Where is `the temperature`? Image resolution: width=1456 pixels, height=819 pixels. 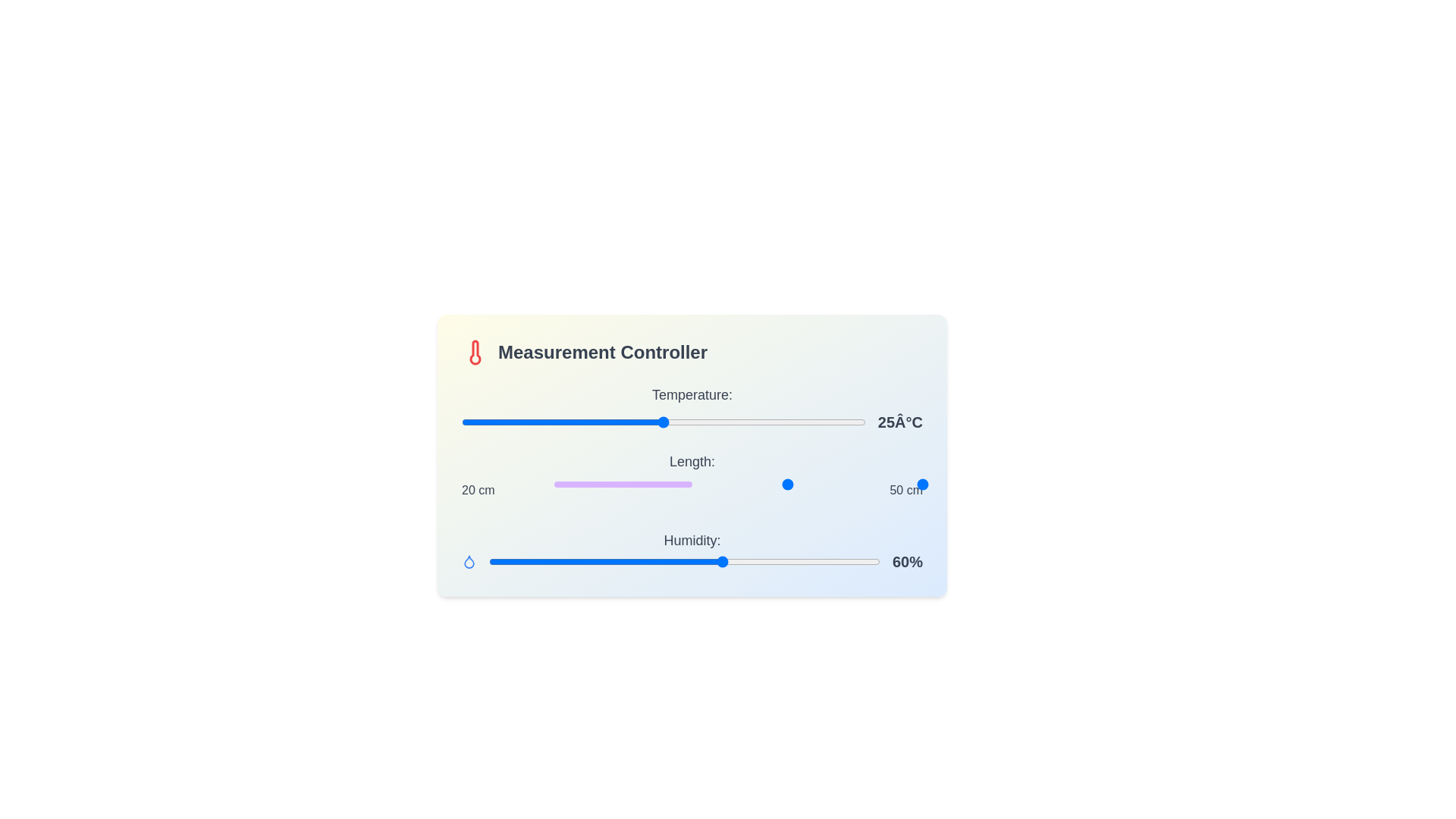
the temperature is located at coordinates (469, 422).